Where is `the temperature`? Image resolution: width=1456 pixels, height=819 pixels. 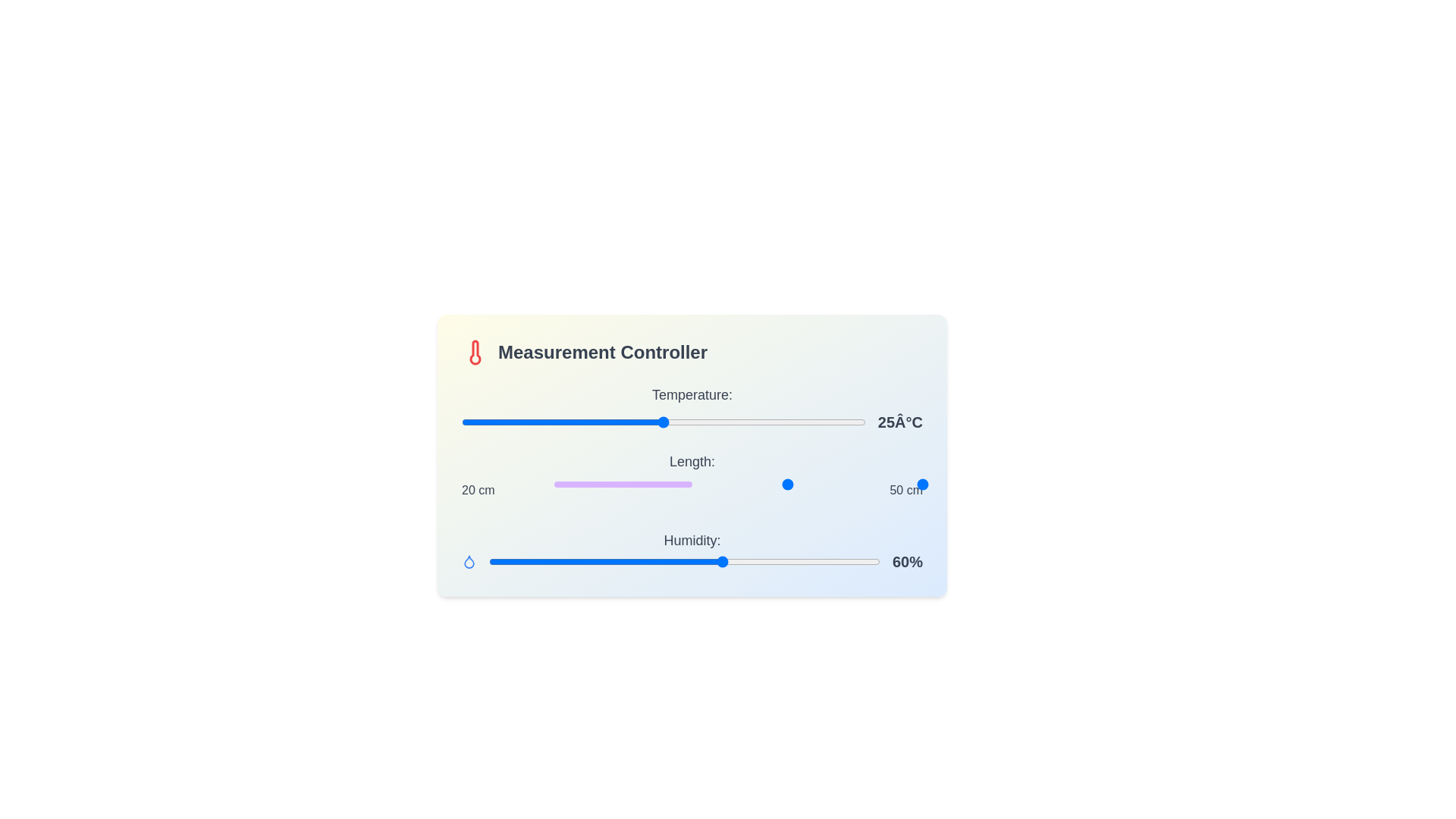
the temperature is located at coordinates (469, 422).